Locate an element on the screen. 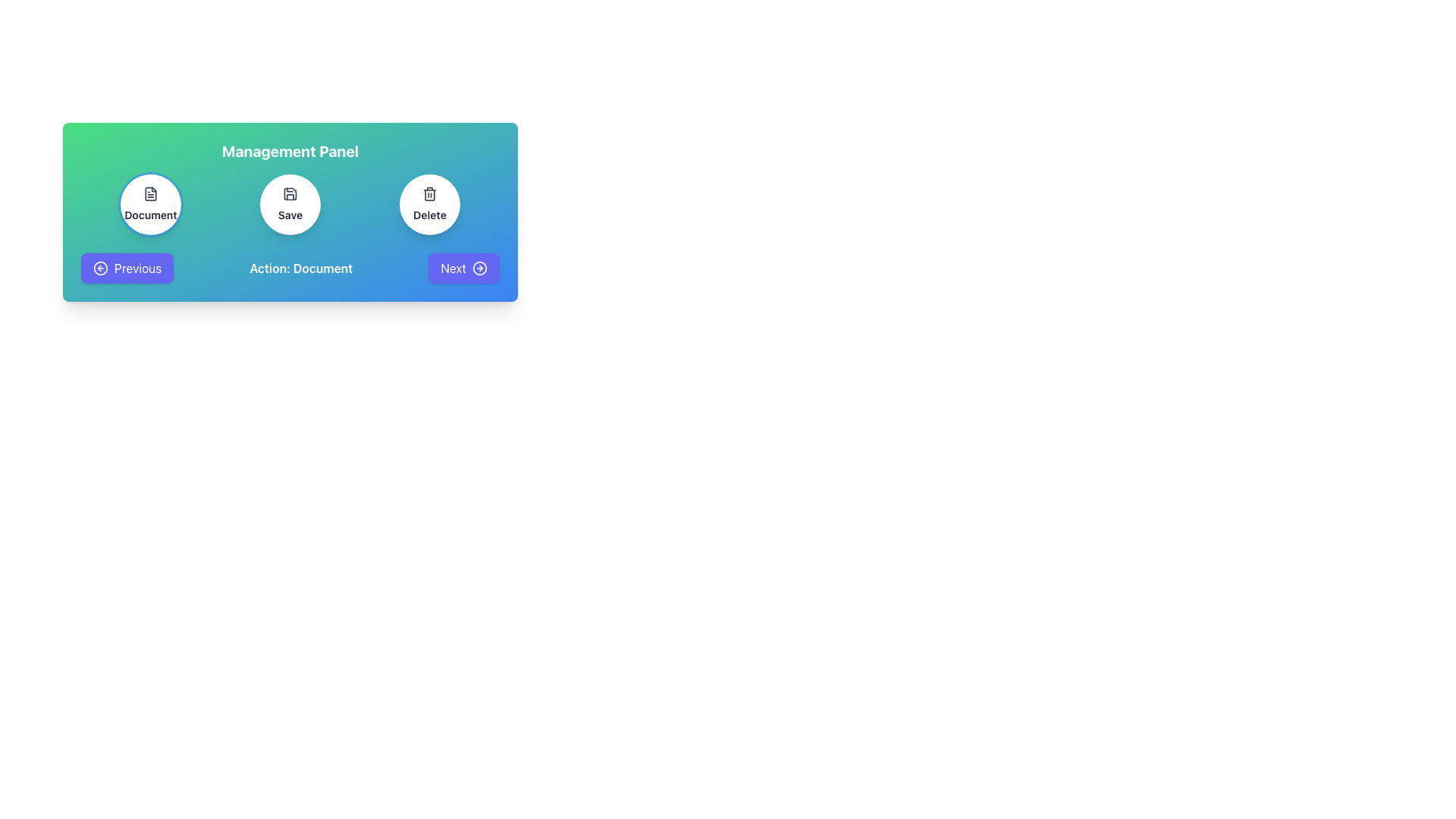 Image resolution: width=1456 pixels, height=819 pixels. the trash bin icon, which symbolizes a delete action and is located within the third circular button from the left, aligned with the 'Delete' label is located at coordinates (428, 193).